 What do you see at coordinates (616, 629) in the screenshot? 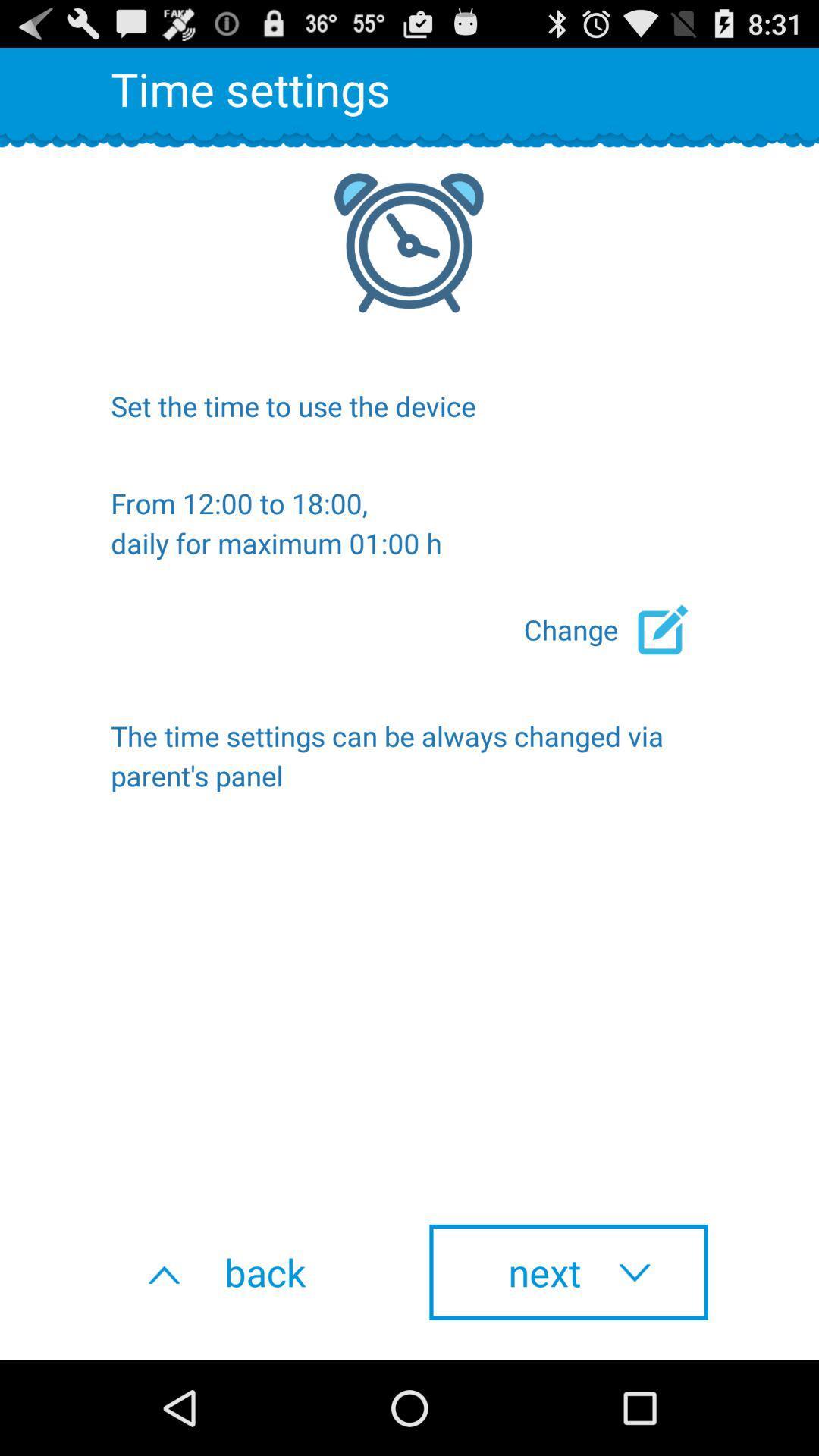
I see `the change` at bounding box center [616, 629].